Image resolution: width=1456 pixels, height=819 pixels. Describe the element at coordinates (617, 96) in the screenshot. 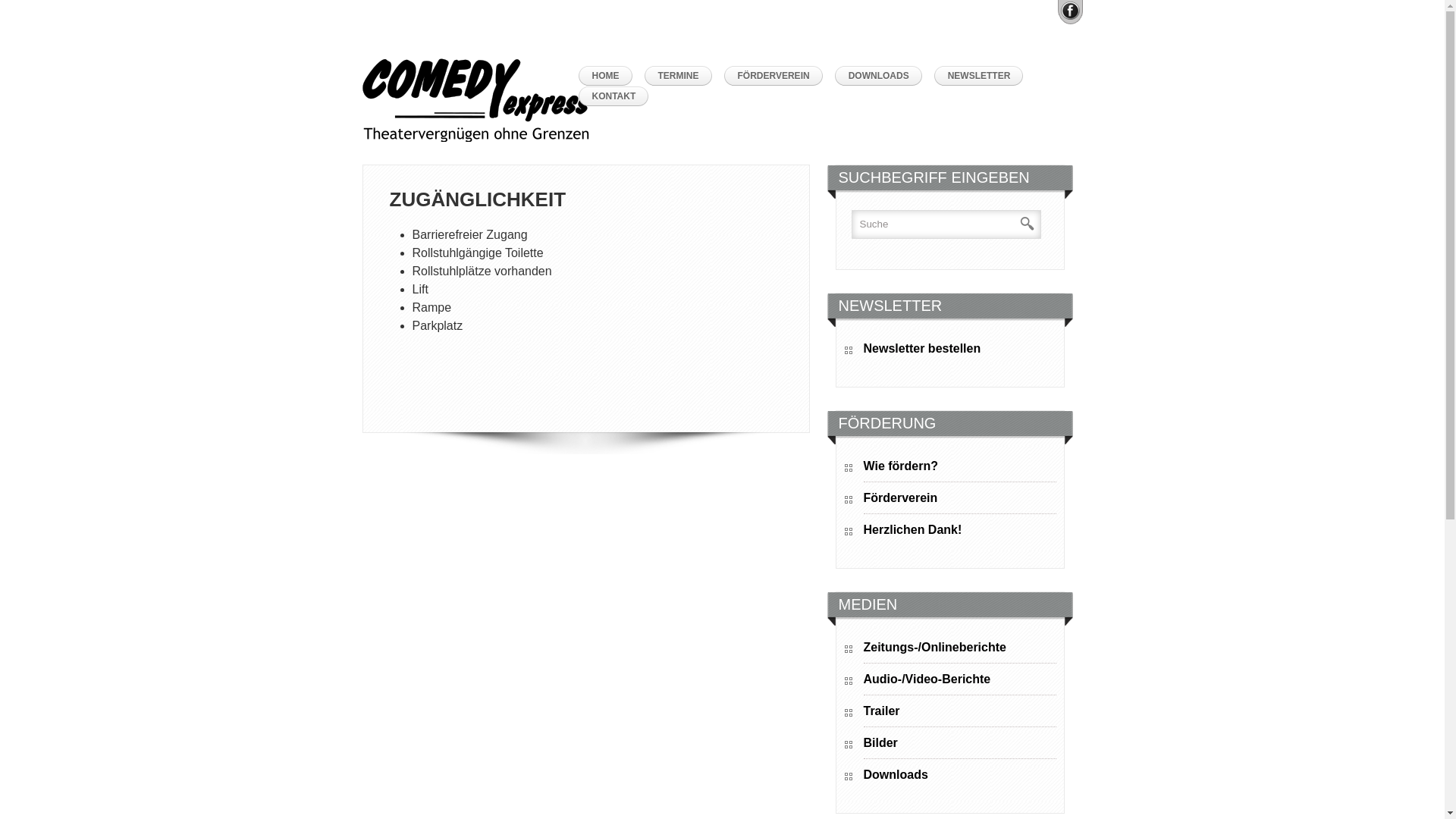

I see `'KONTAKT'` at that location.